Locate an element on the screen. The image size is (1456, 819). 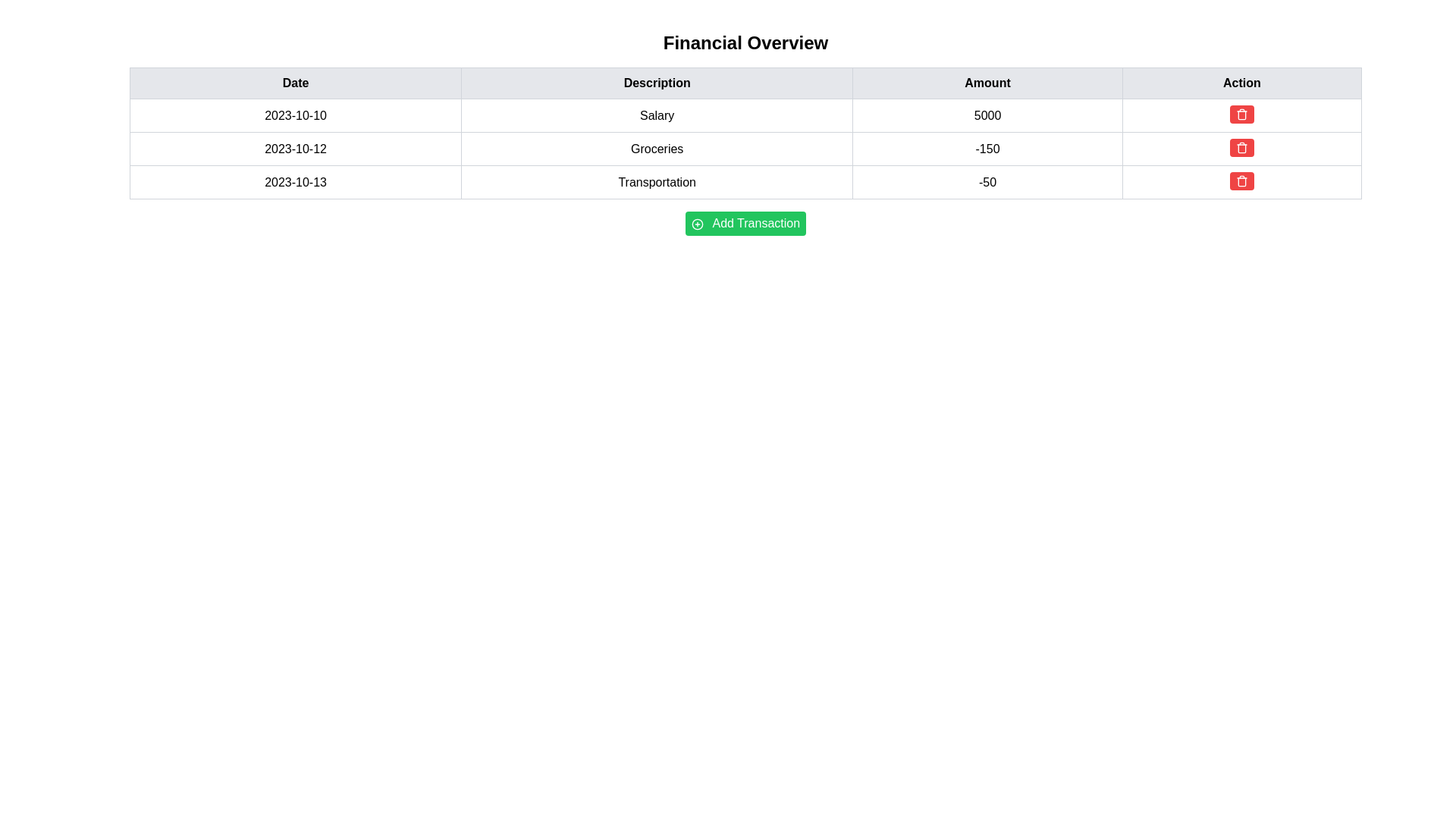
the decorative icon within the 'Add Transaction' button, located on the left side of the button adjacent to the 'Add Transaction' text is located at coordinates (696, 224).